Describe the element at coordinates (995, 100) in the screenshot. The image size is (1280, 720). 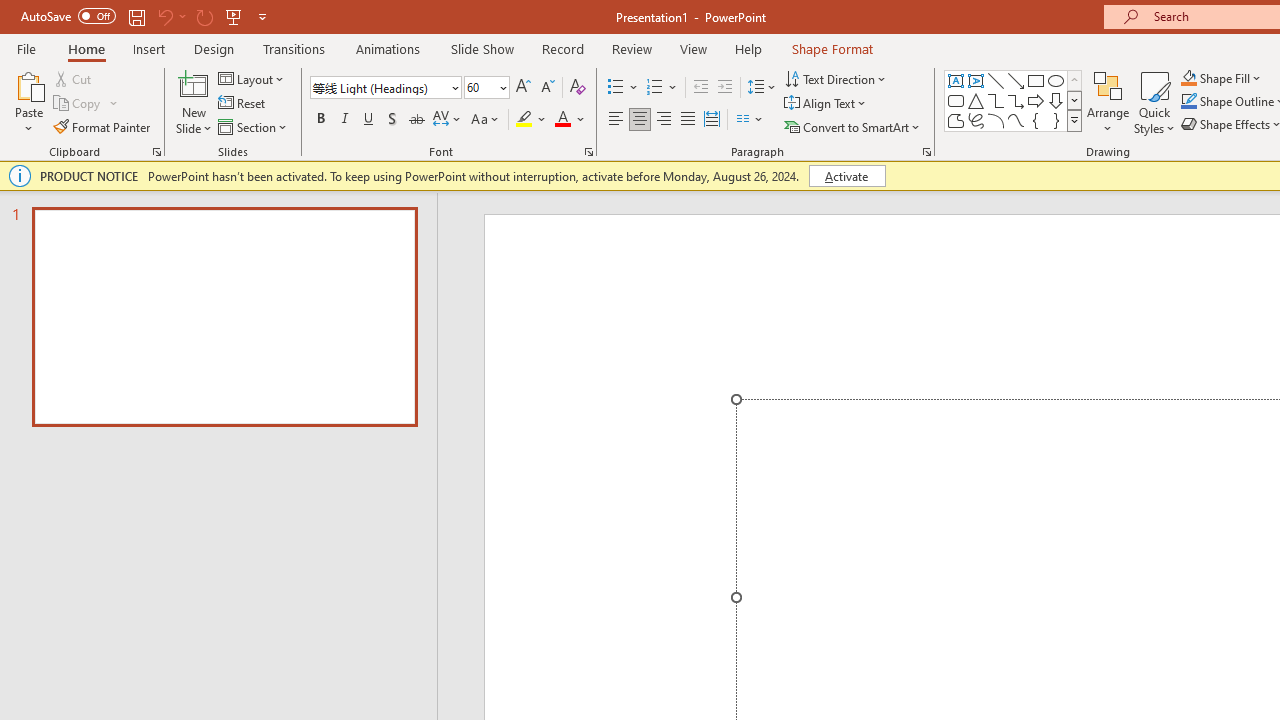
I see `'Connector: Elbow'` at that location.